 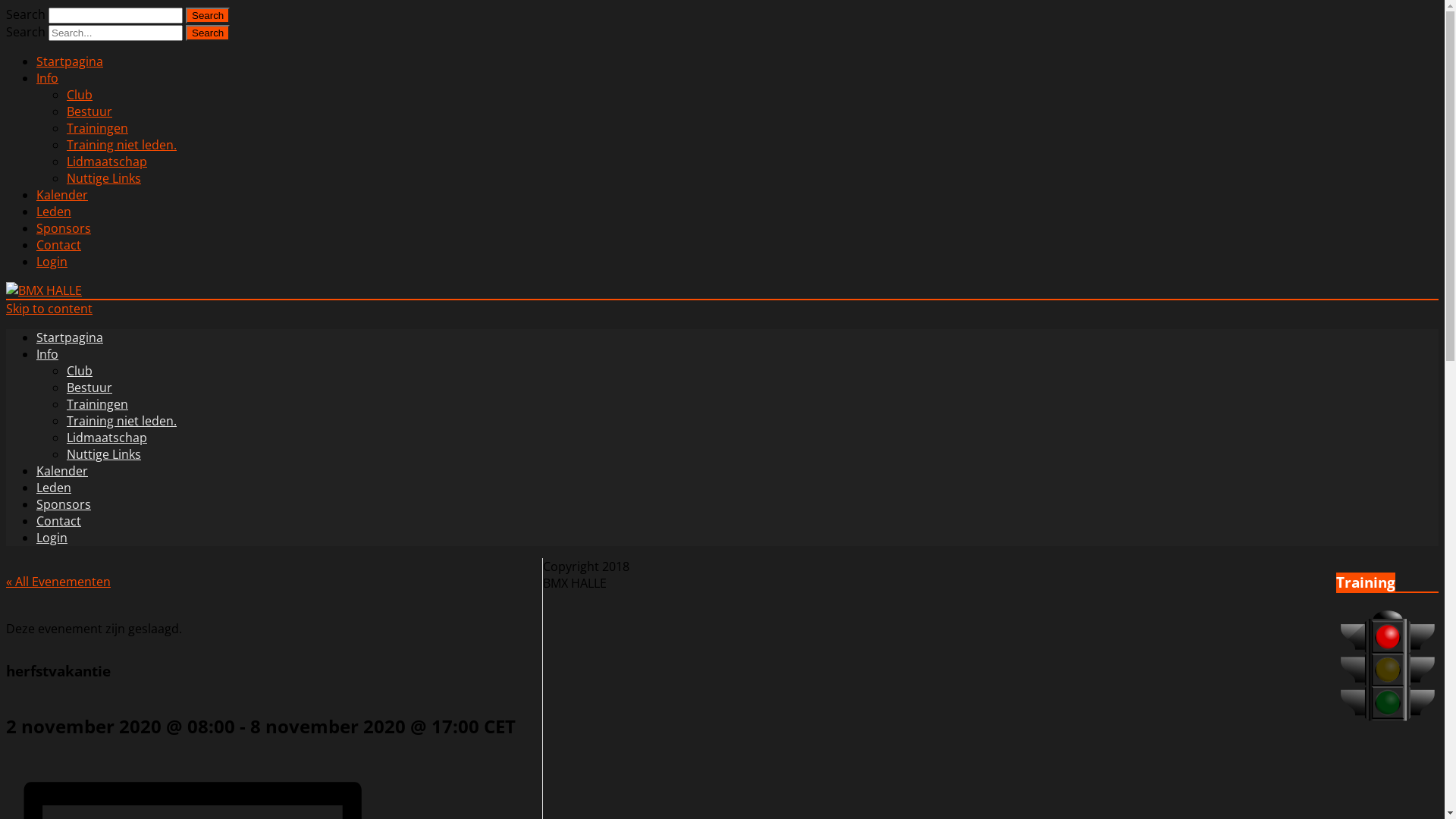 What do you see at coordinates (54, 211) in the screenshot?
I see `'Leden'` at bounding box center [54, 211].